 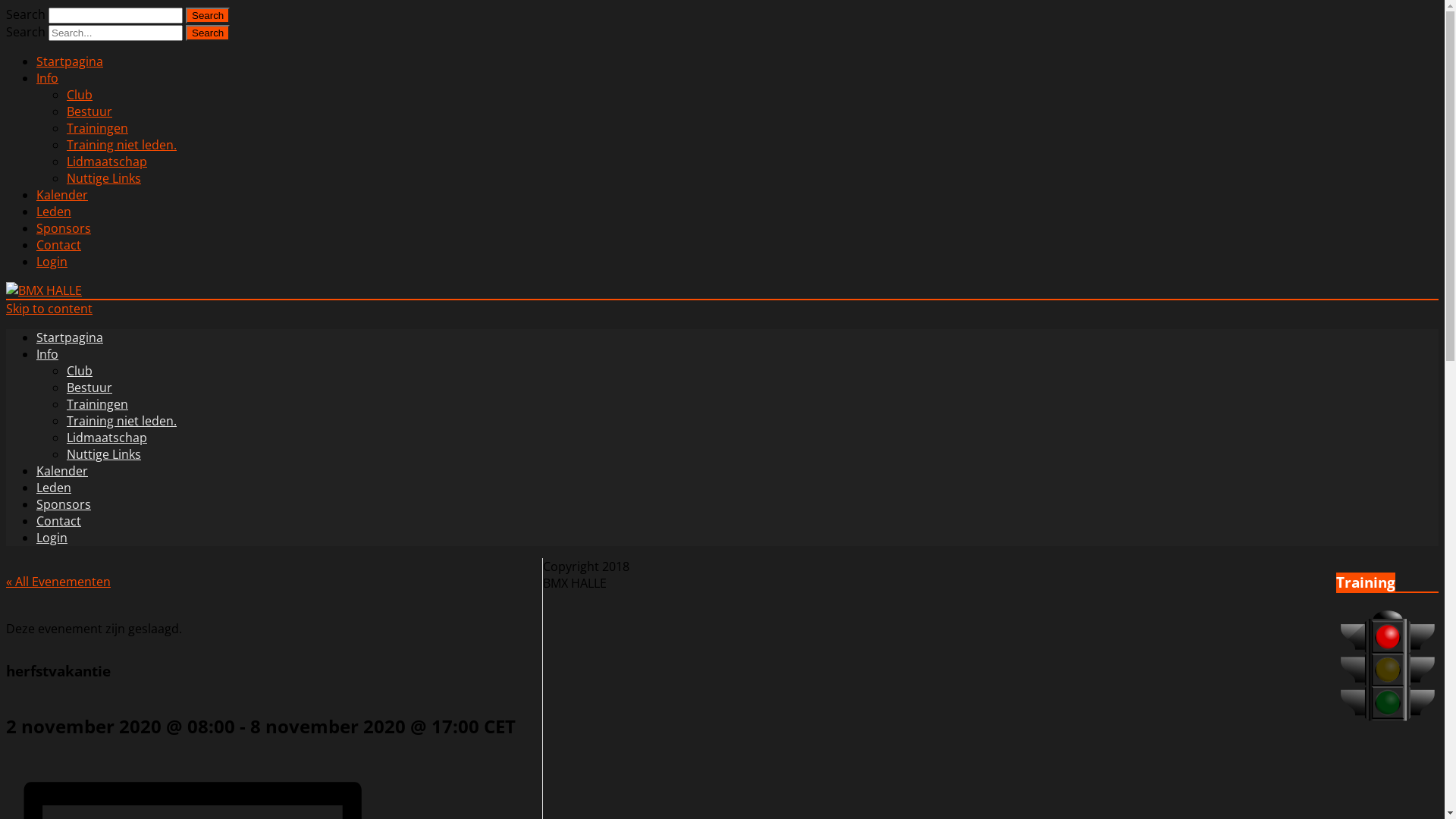 What do you see at coordinates (54, 211) in the screenshot?
I see `'Leden'` at bounding box center [54, 211].